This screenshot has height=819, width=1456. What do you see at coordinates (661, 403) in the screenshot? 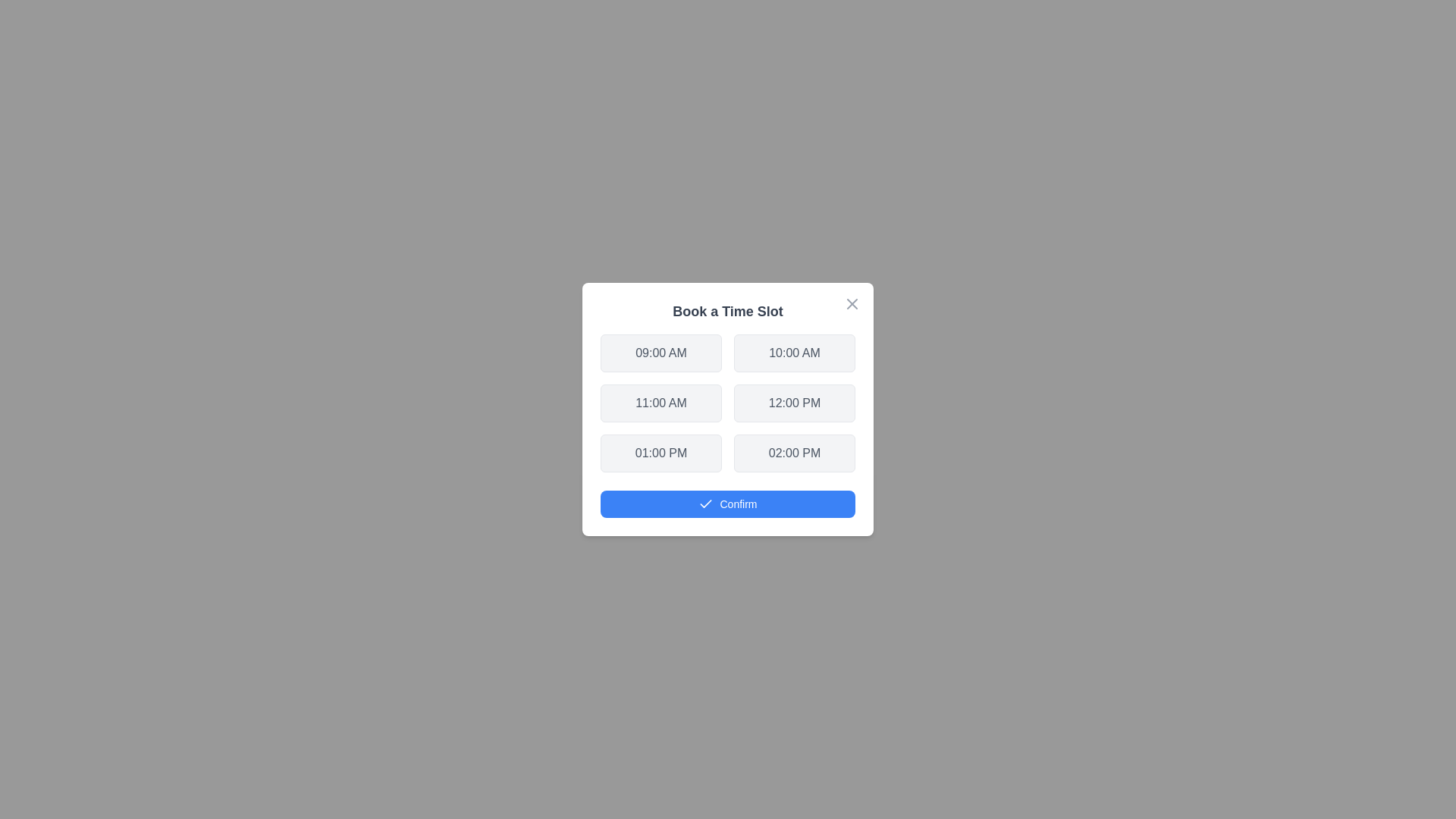
I see `the time slot 11:00 AM by clicking on its button` at bounding box center [661, 403].